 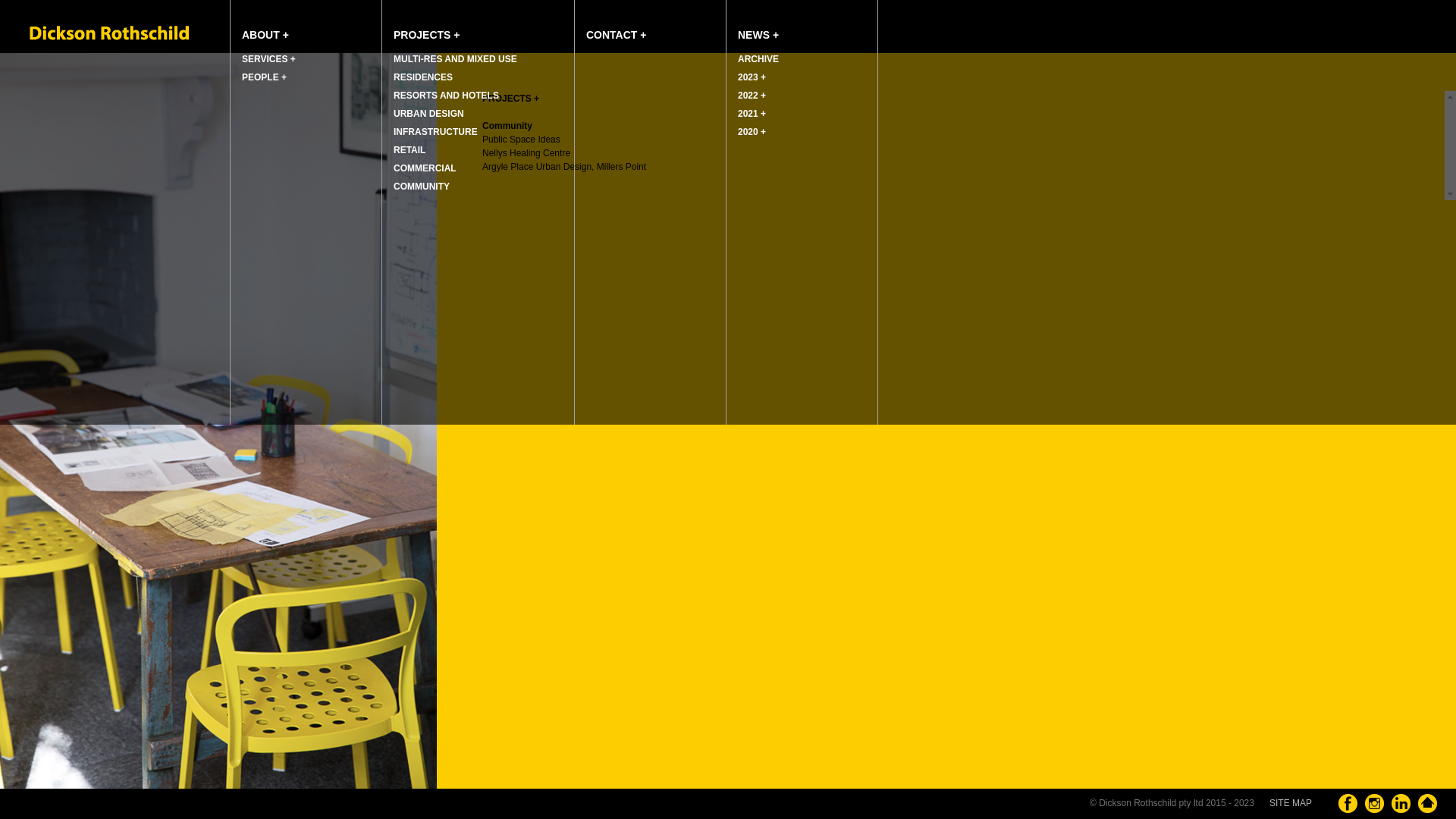 What do you see at coordinates (801, 113) in the screenshot?
I see `'2021 +'` at bounding box center [801, 113].